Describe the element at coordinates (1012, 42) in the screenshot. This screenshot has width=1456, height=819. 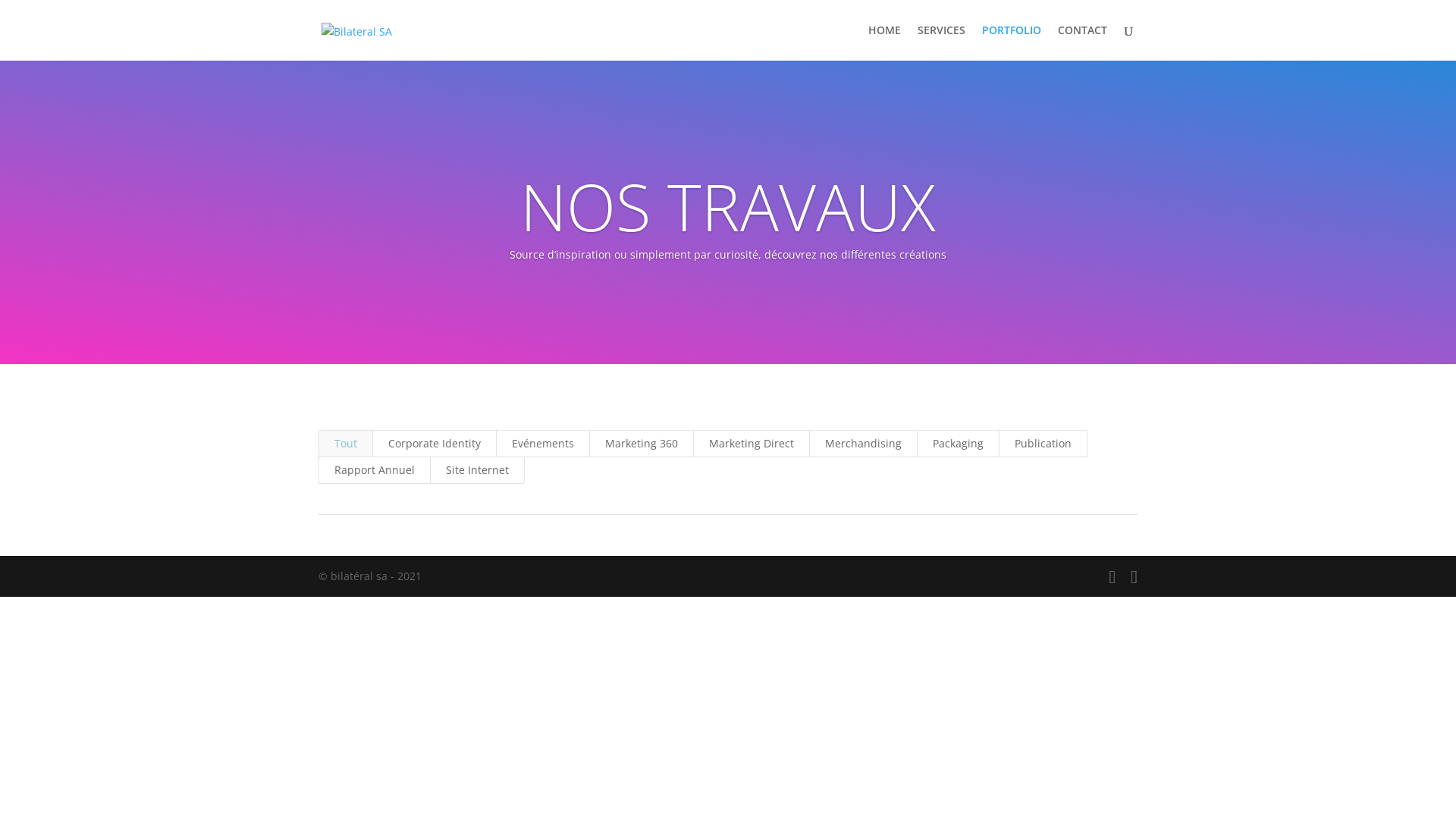
I see `'PORTFOLIO'` at that location.